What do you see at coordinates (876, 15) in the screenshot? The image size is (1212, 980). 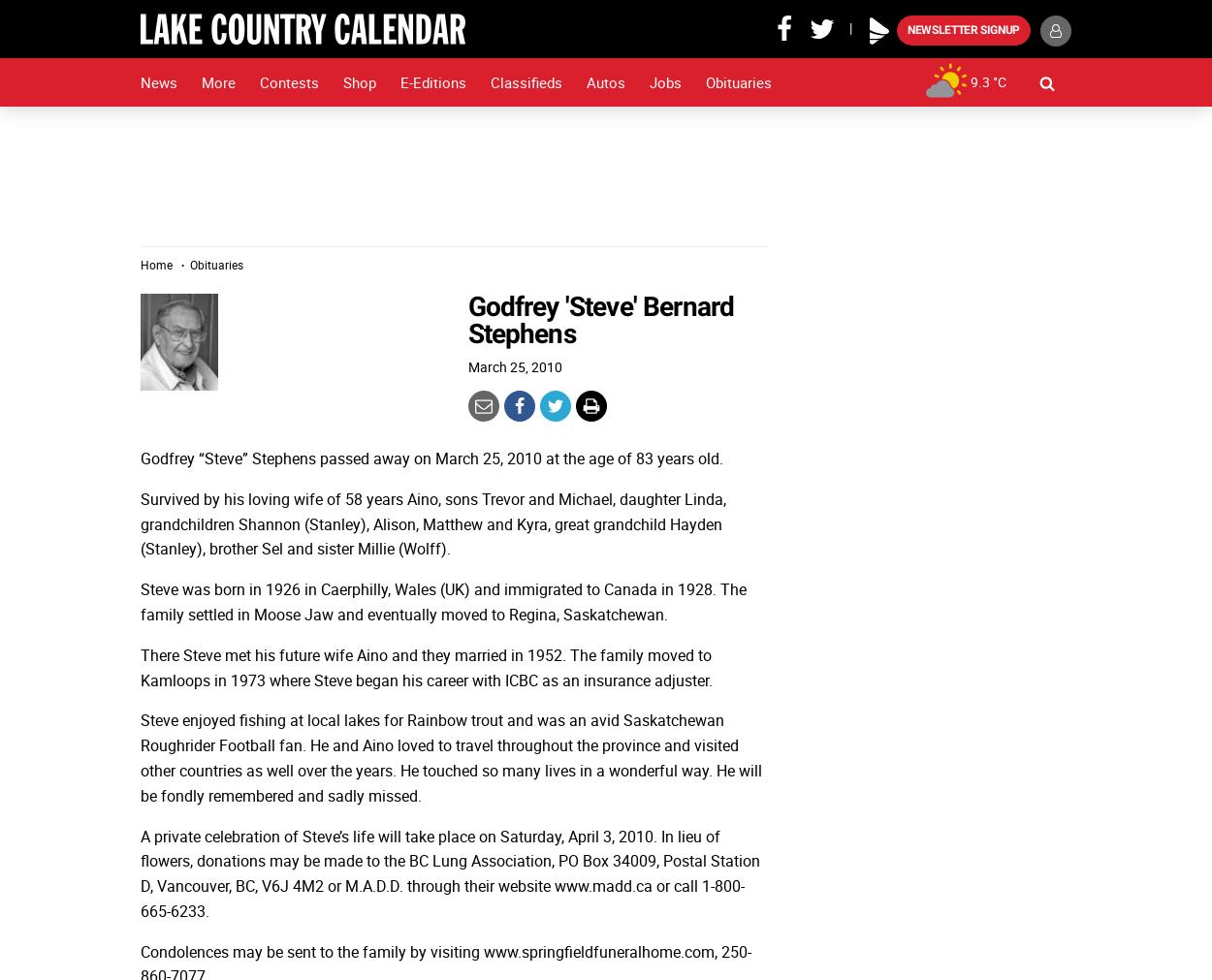 I see `'Play'` at bounding box center [876, 15].